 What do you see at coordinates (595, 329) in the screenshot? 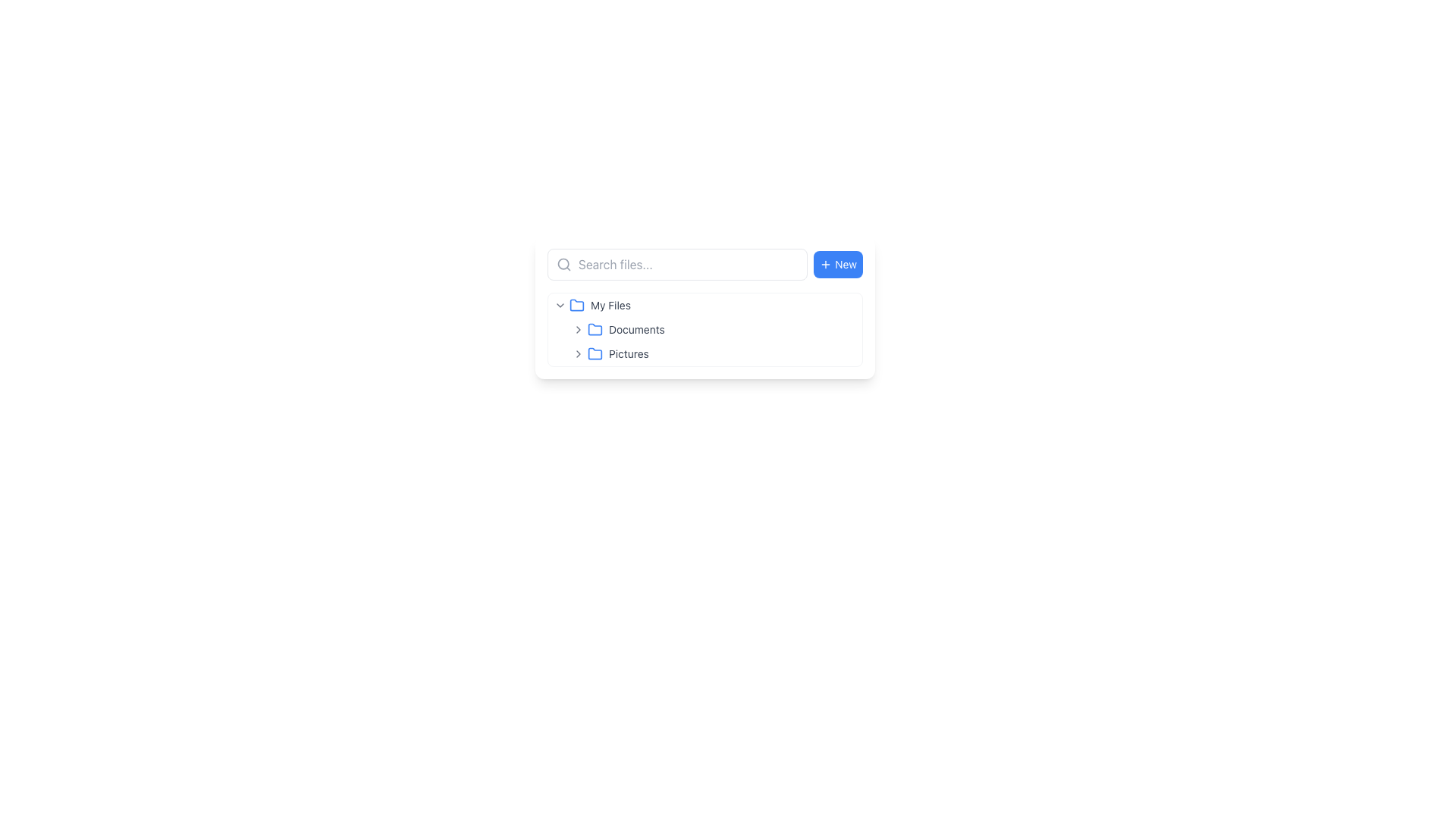
I see `the folder icon that indicates a directory or folder in the file navigation interface, positioned to the left of the 'Documents' text` at bounding box center [595, 329].